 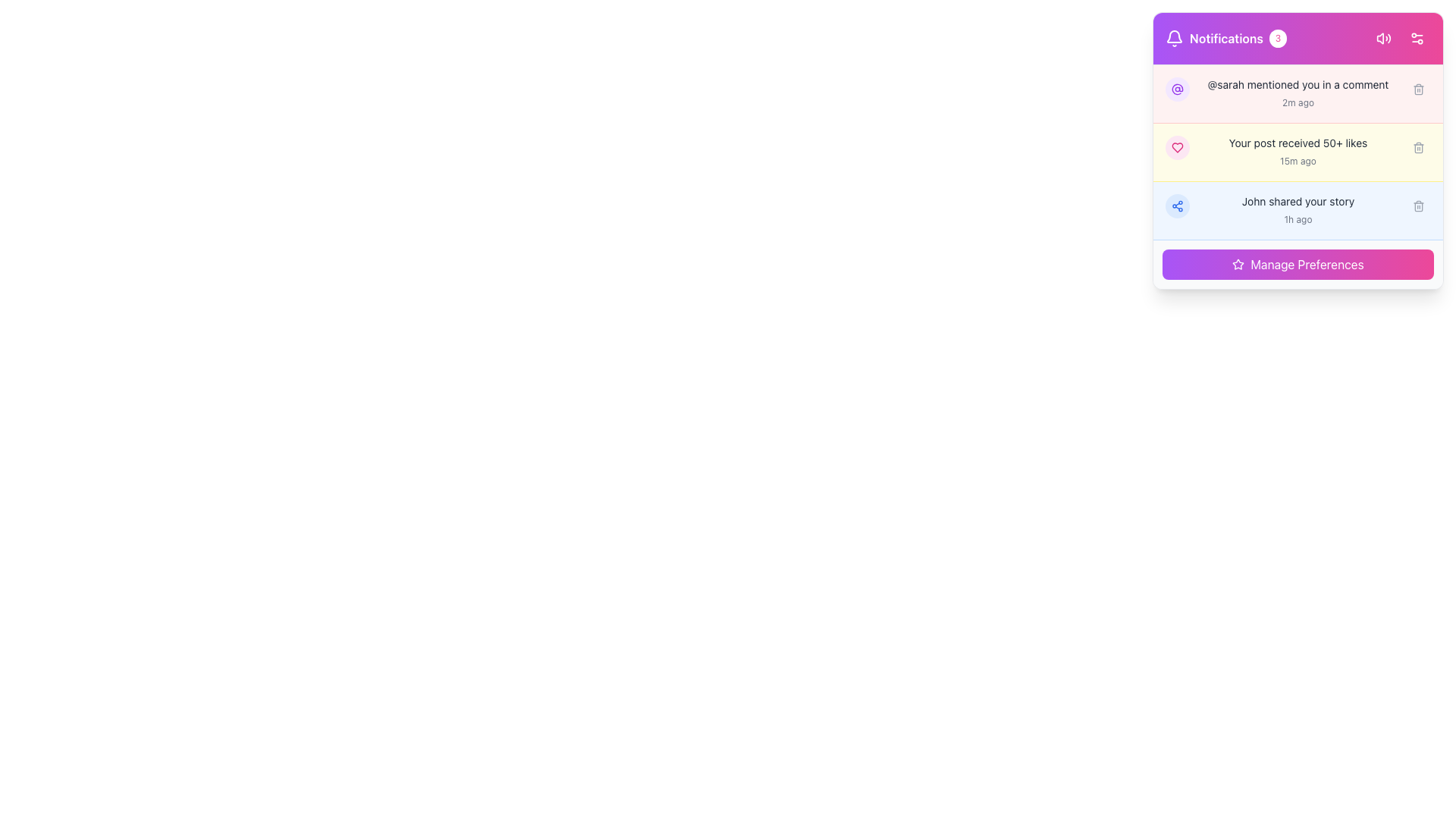 I want to click on the circular icon with a purple background featuring a white at-sign symbol located in the top right corner of the notification panel, so click(x=1177, y=89).